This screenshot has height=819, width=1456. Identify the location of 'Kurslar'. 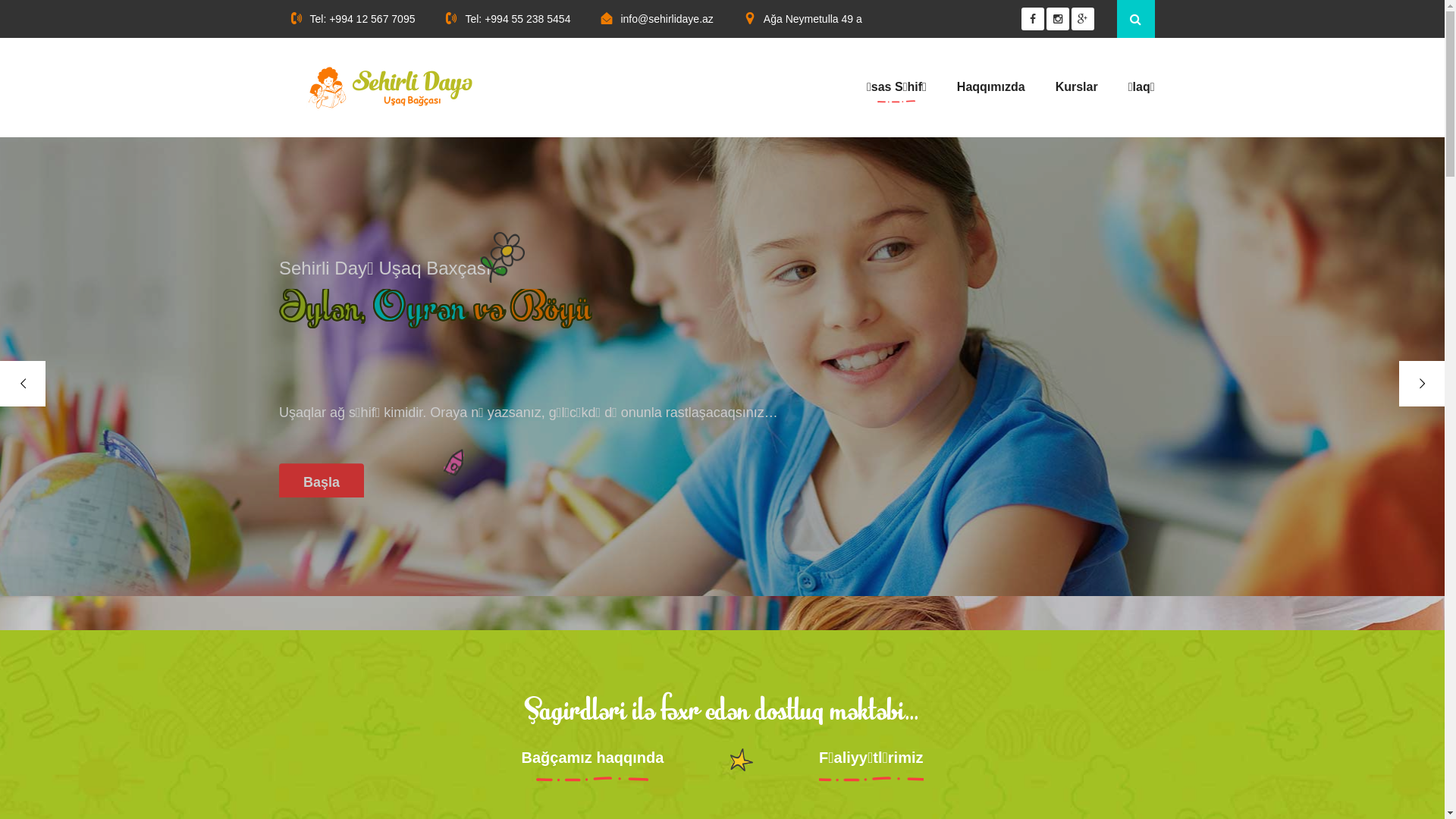
(1055, 87).